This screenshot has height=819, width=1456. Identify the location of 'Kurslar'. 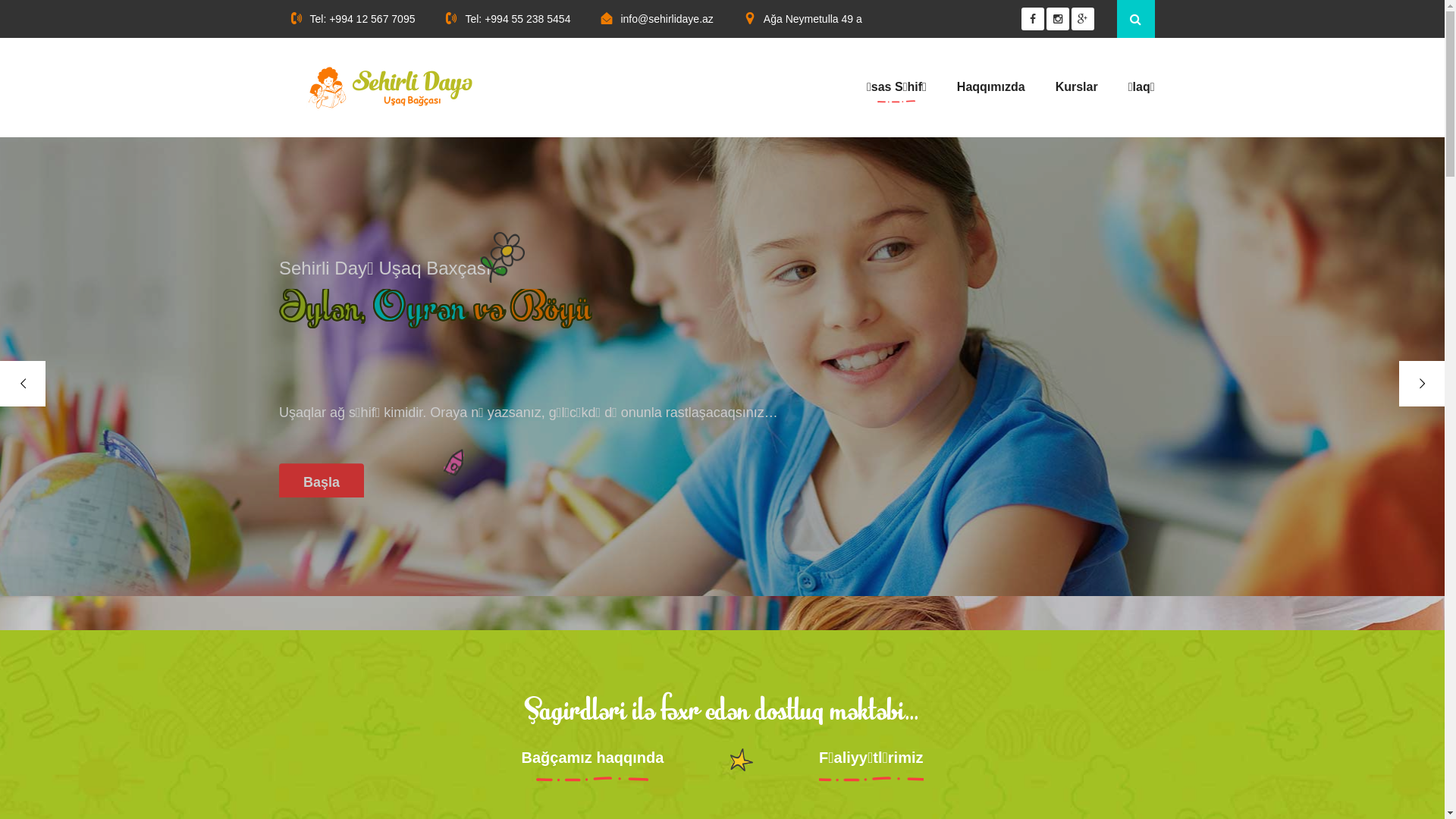
(1055, 87).